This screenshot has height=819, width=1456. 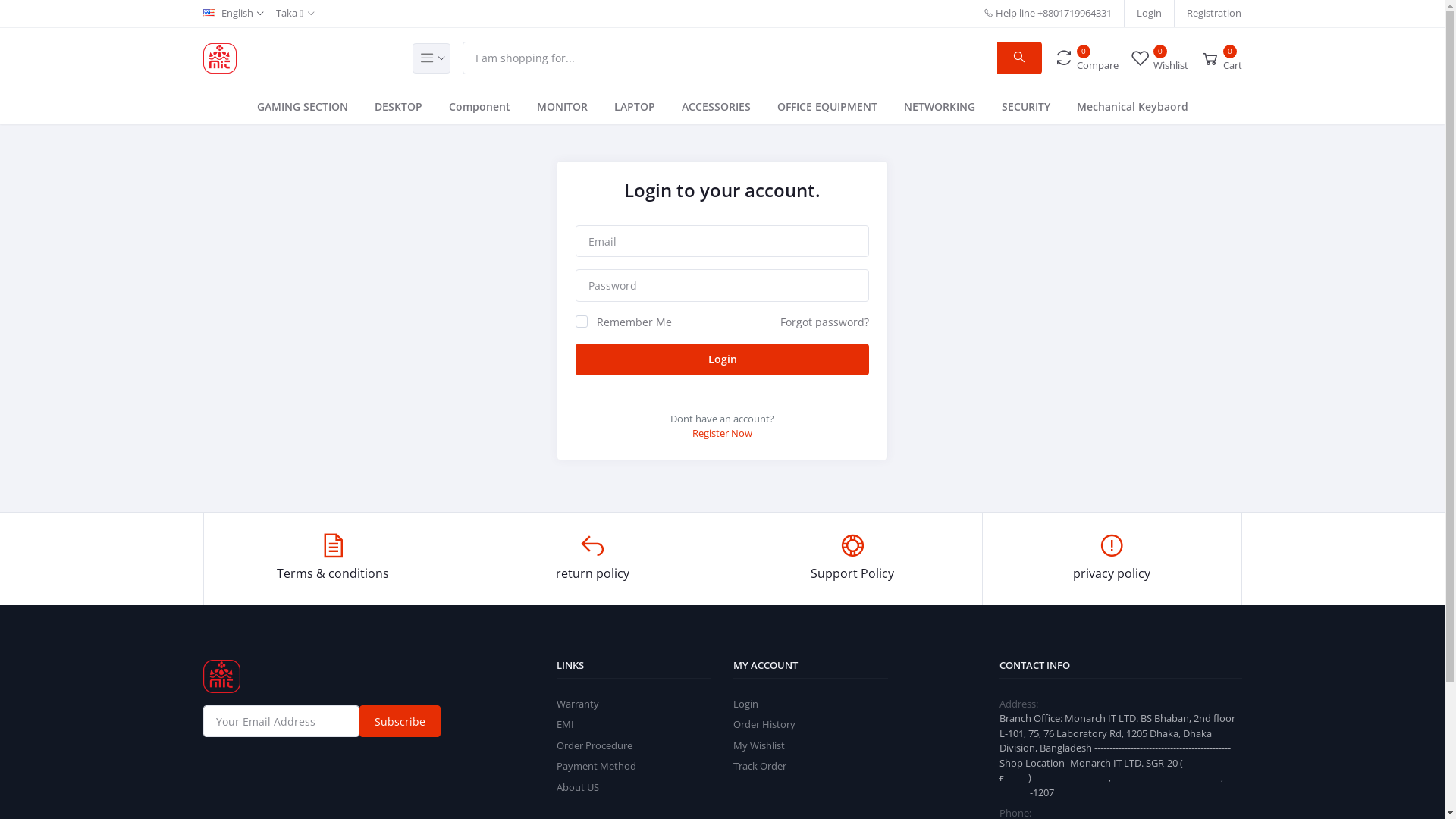 I want to click on 'My Wishlist', so click(x=733, y=745).